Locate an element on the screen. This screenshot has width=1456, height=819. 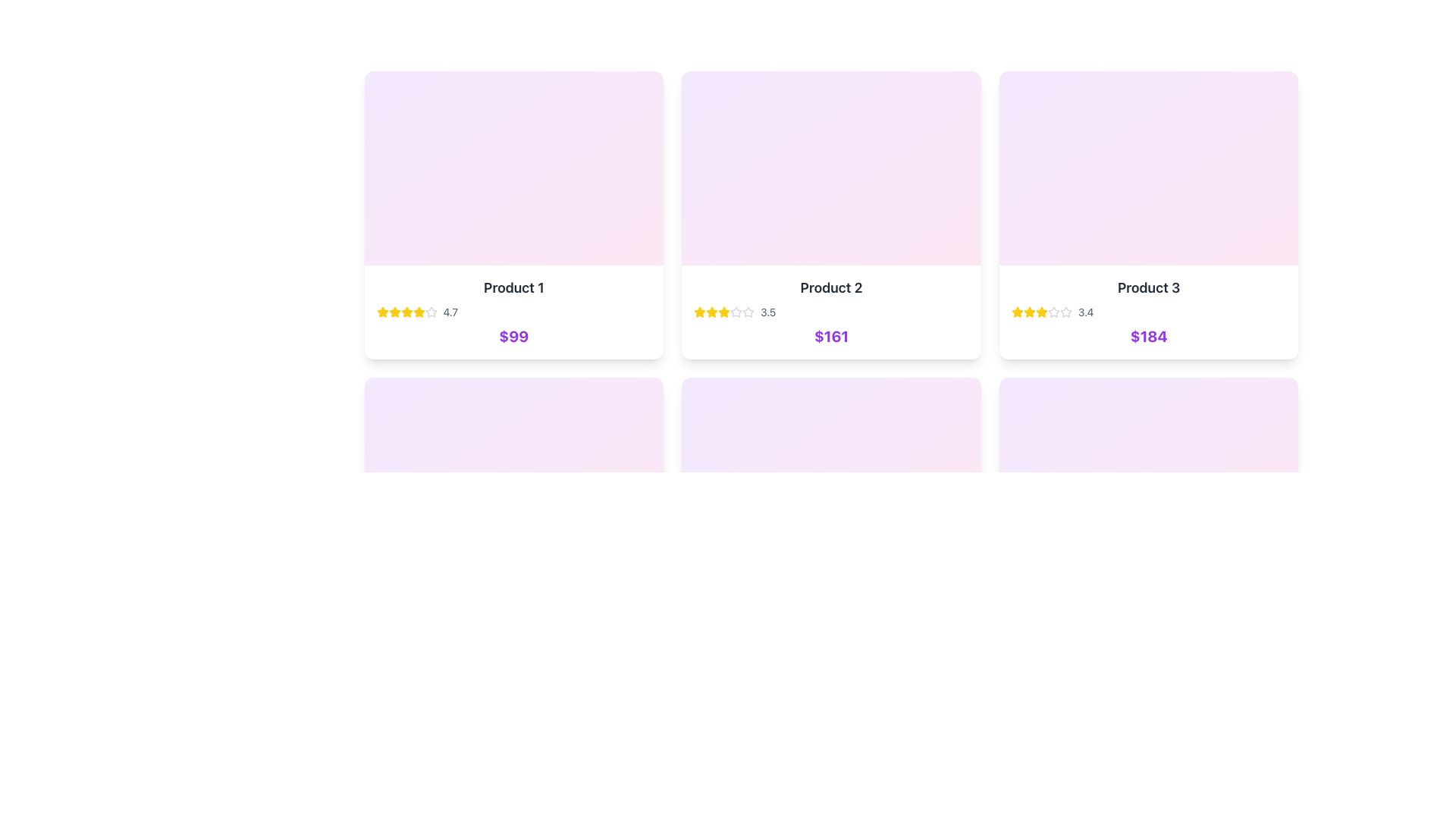
the state of the first star in the 3.5-star rating for 'Product 2', located above the product price '$161' is located at coordinates (699, 312).